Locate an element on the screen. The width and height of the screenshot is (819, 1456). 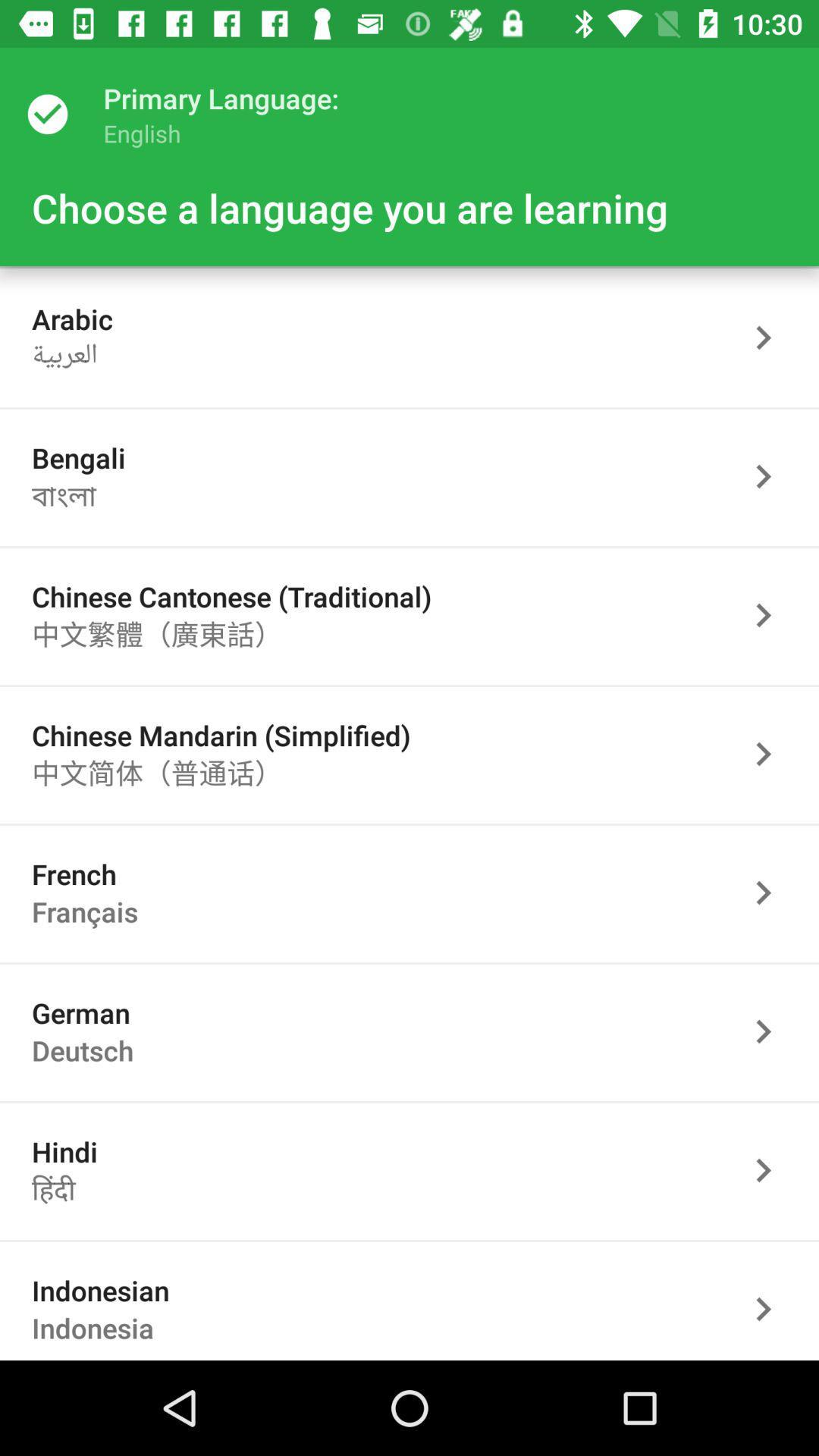
click on chinese mandarin simplified is located at coordinates (771, 754).